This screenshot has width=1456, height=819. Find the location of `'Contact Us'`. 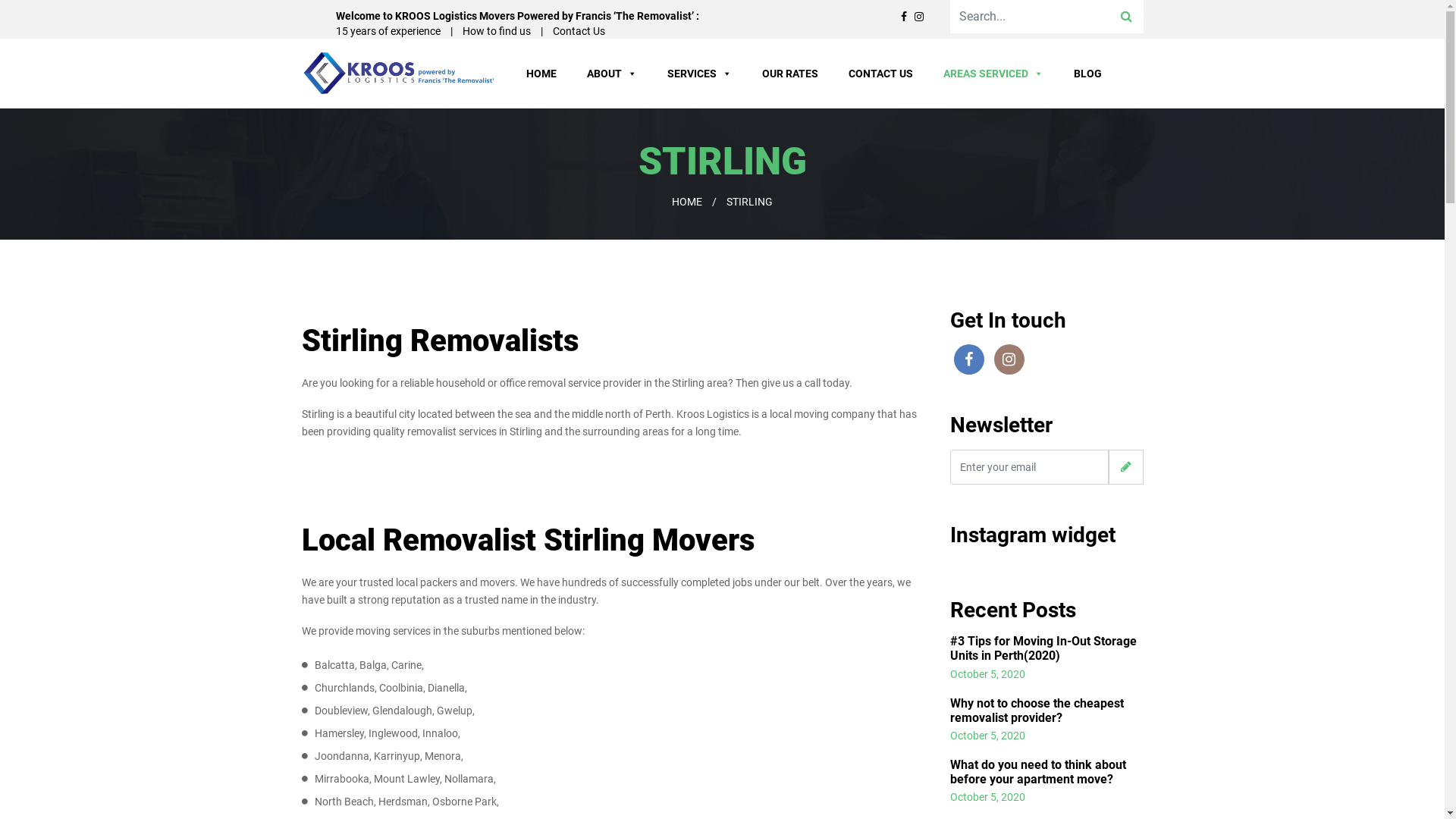

'Contact Us' is located at coordinates (577, 31).